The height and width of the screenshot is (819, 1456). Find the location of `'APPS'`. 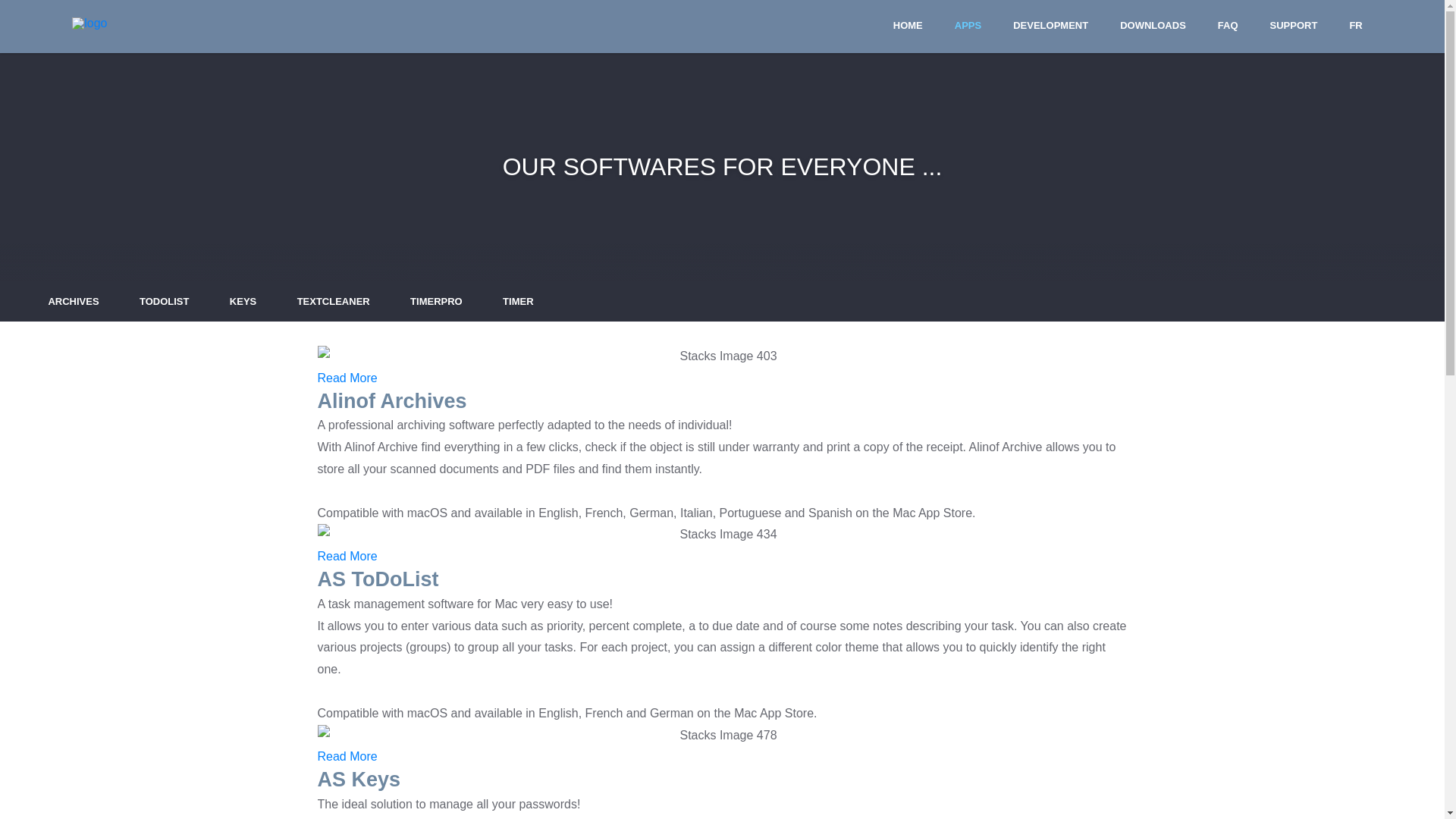

'APPS' is located at coordinates (944, 25).